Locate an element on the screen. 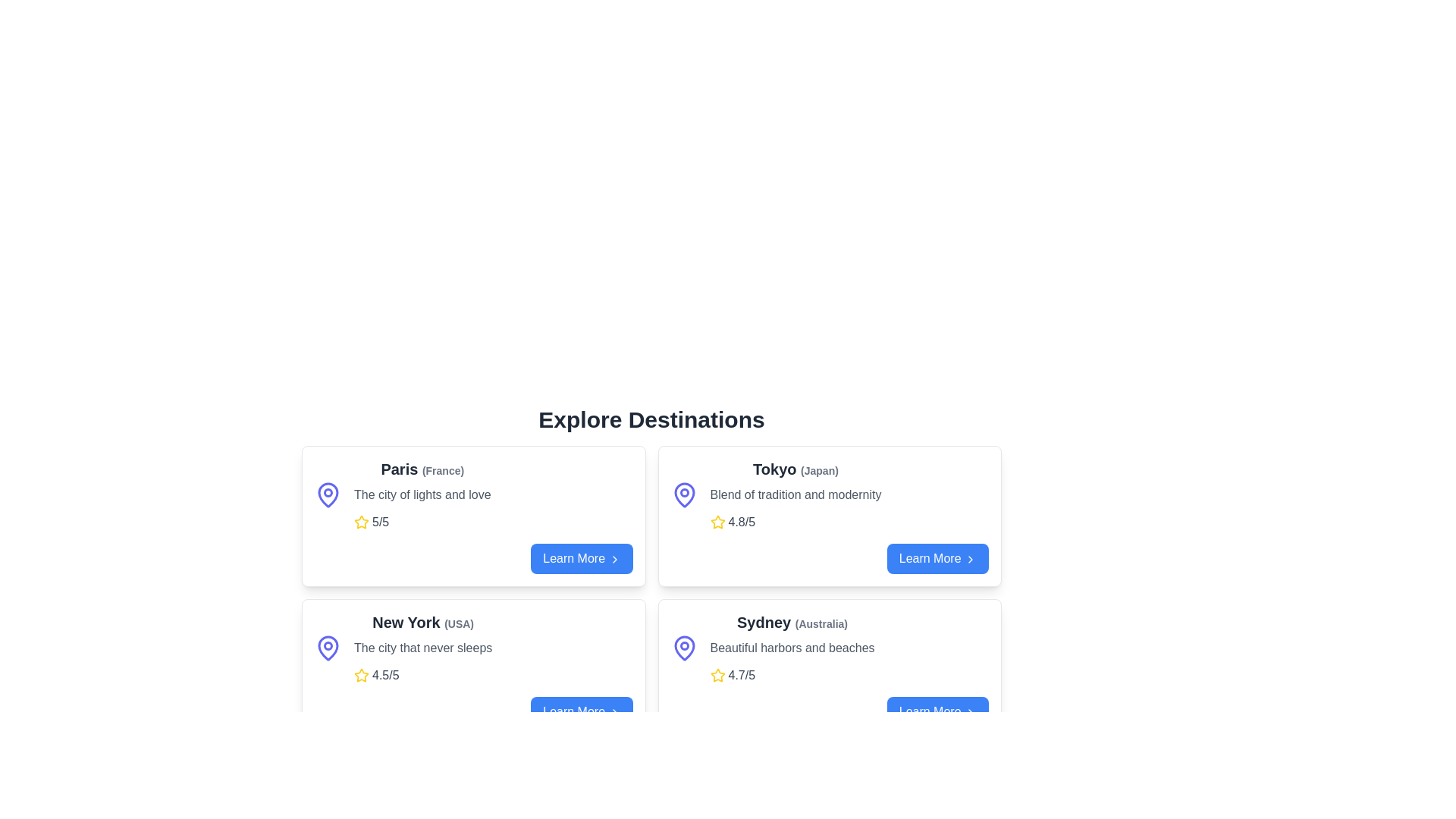 This screenshot has height=819, width=1456. the yellow star icon representing a rating of 4.7/5, located in the bottom row of the grid layout in the fourth quadrant for Sydney, Australia is located at coordinates (717, 674).